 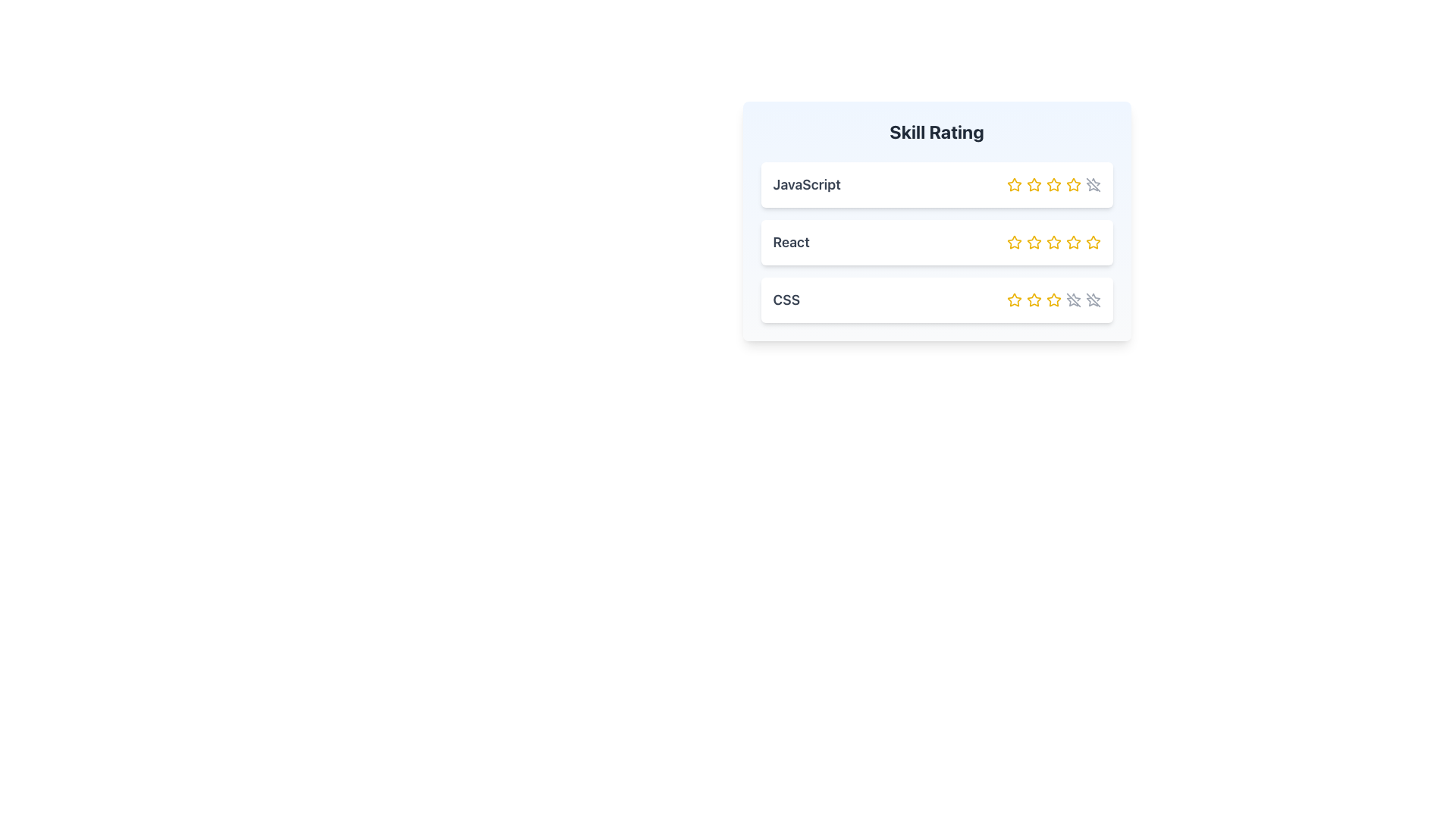 I want to click on the second star icon button in the JavaScript skill rating row for keyboard interaction, so click(x=1033, y=184).